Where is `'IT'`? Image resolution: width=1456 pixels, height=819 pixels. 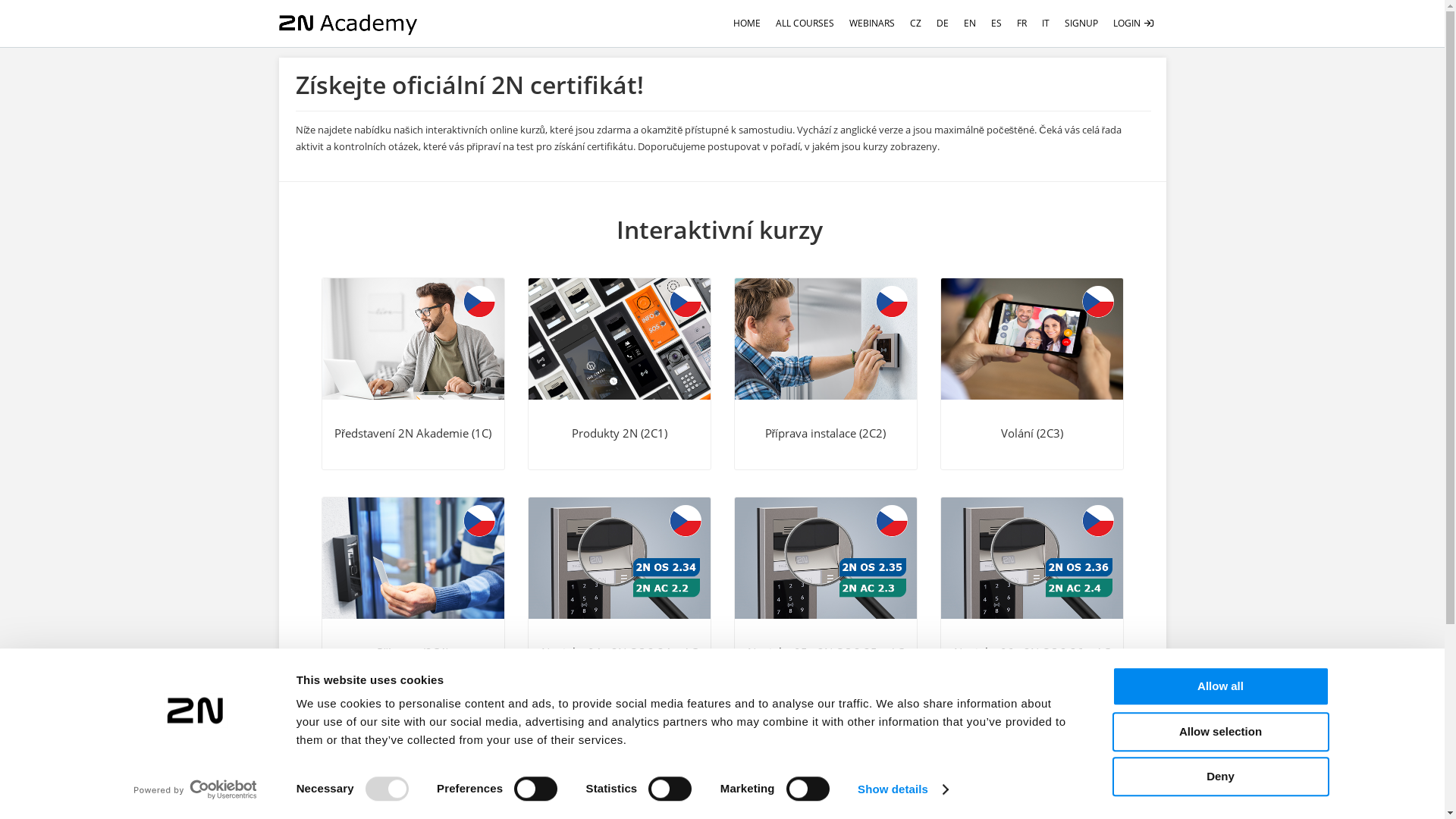
'IT' is located at coordinates (1033, 23).